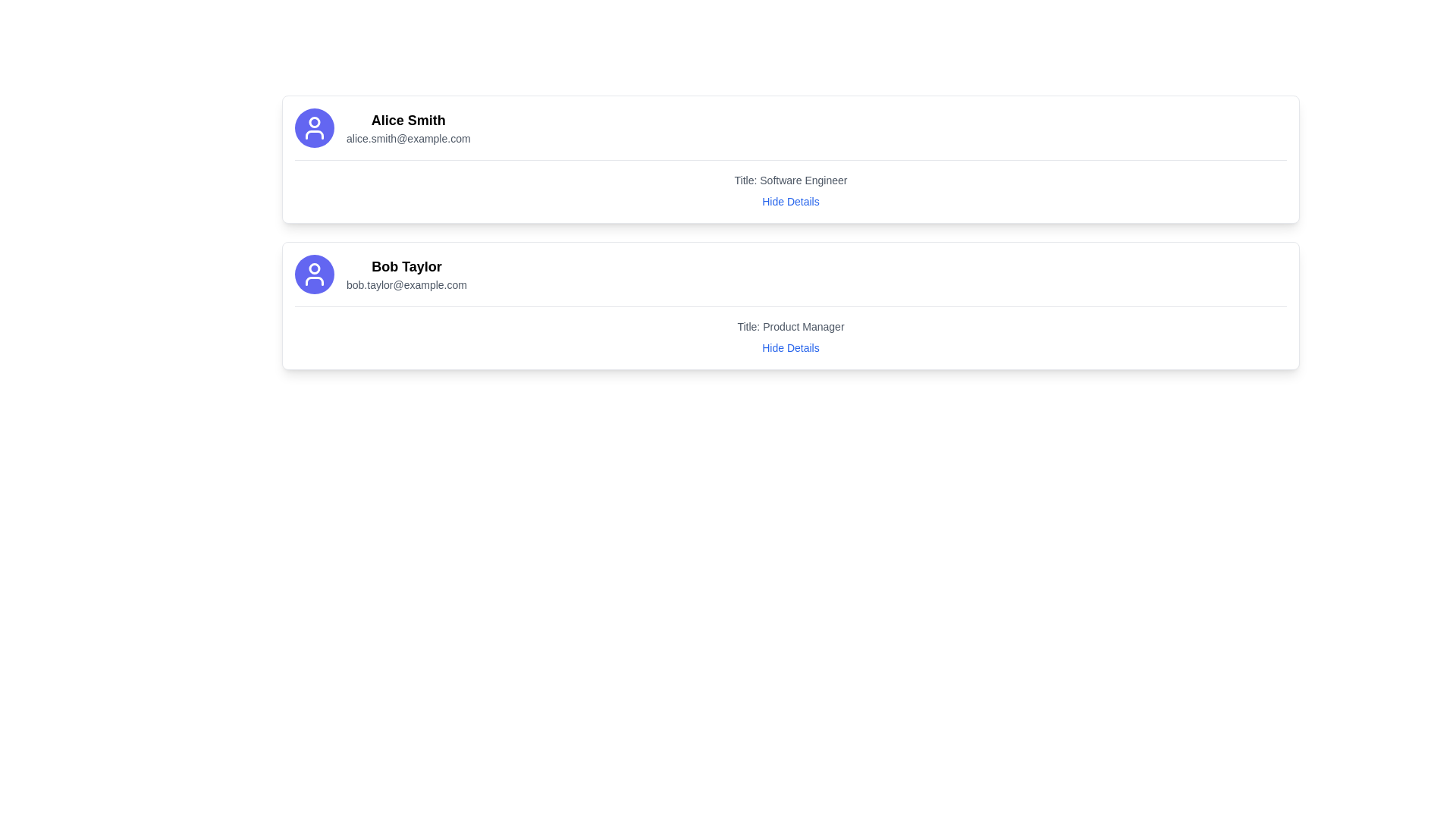 The width and height of the screenshot is (1456, 819). What do you see at coordinates (789, 201) in the screenshot?
I see `the hyperlink located on the right side of the interface, directly below the text 'Title: Software Engineer'` at bounding box center [789, 201].